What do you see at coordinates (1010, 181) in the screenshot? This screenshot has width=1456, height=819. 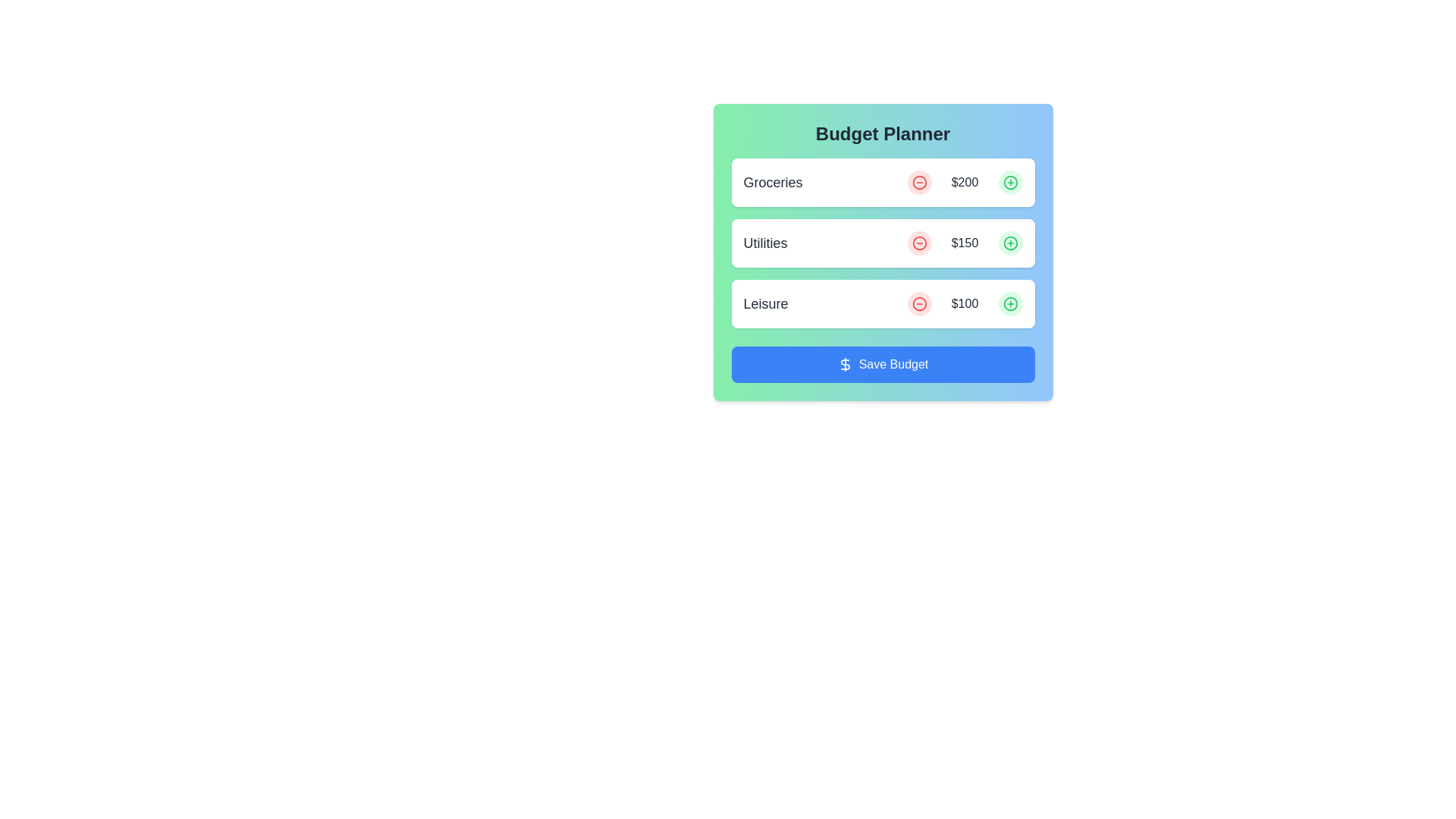 I see `the green circular button with a '+' icon located to the right of the '$200' text in the 'Groceries' row to increment the budget or add an item` at bounding box center [1010, 181].